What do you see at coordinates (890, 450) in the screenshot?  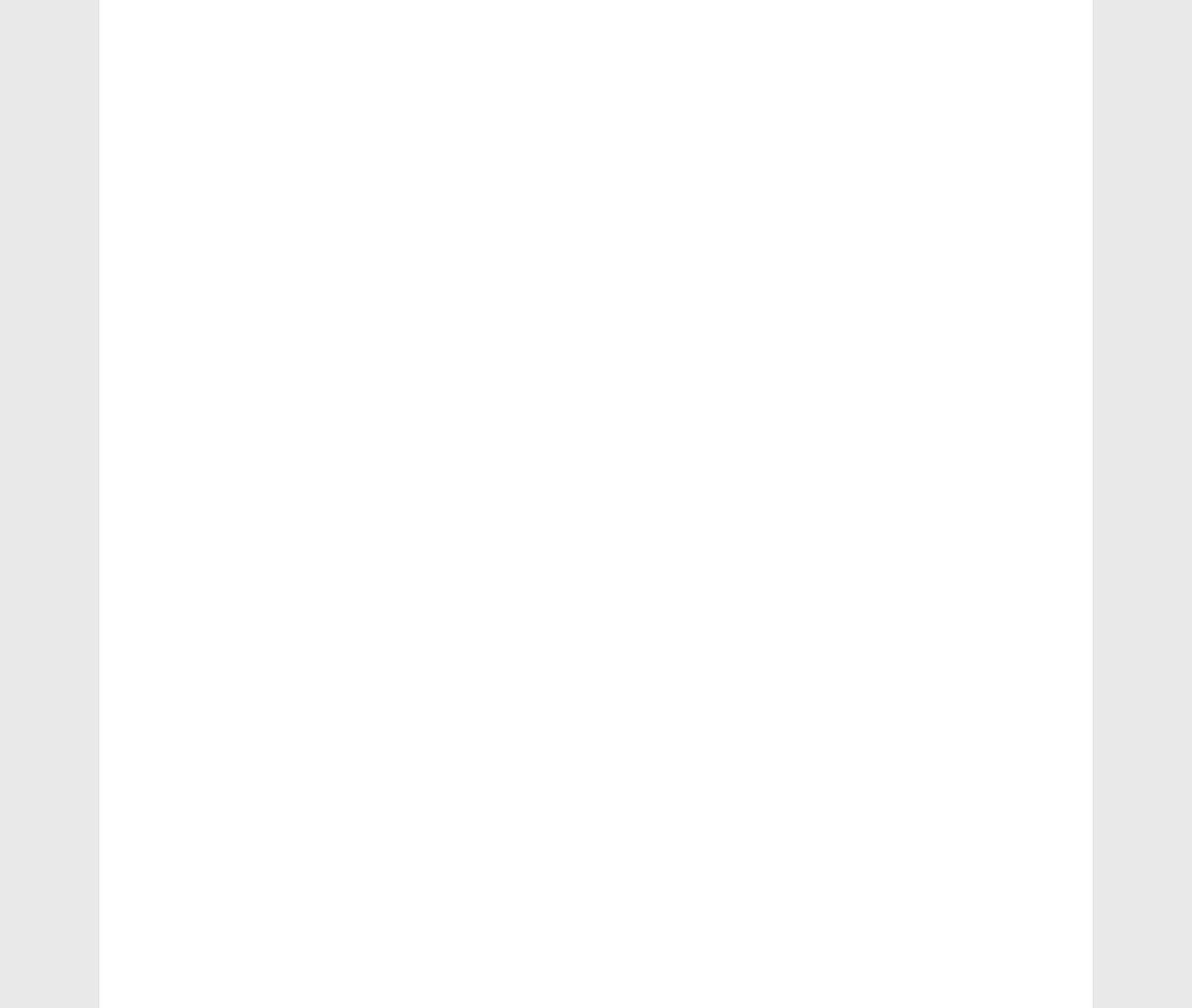 I see `'Post Office'` at bounding box center [890, 450].